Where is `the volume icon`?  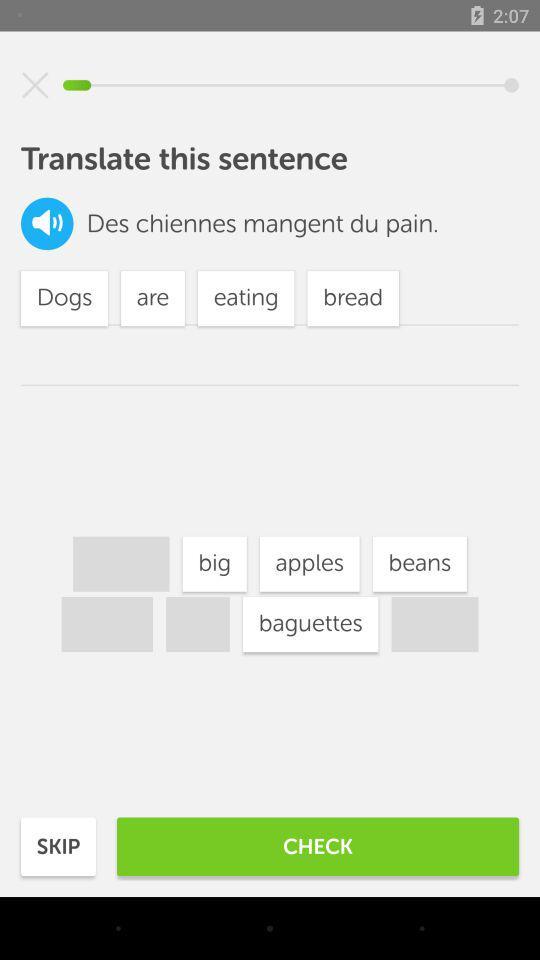 the volume icon is located at coordinates (47, 223).